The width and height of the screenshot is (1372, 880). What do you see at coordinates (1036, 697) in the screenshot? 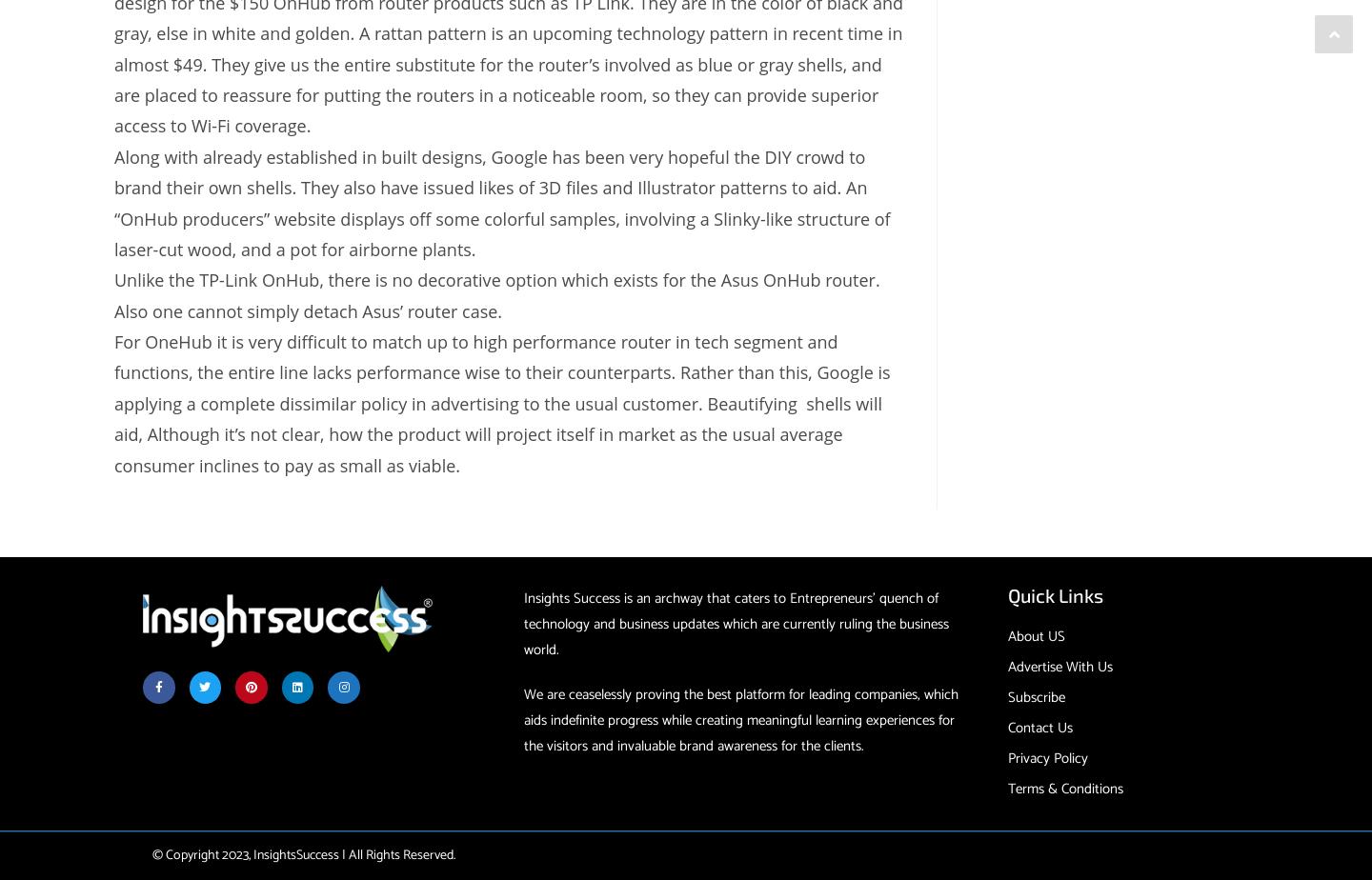
I see `'Subscribe'` at bounding box center [1036, 697].